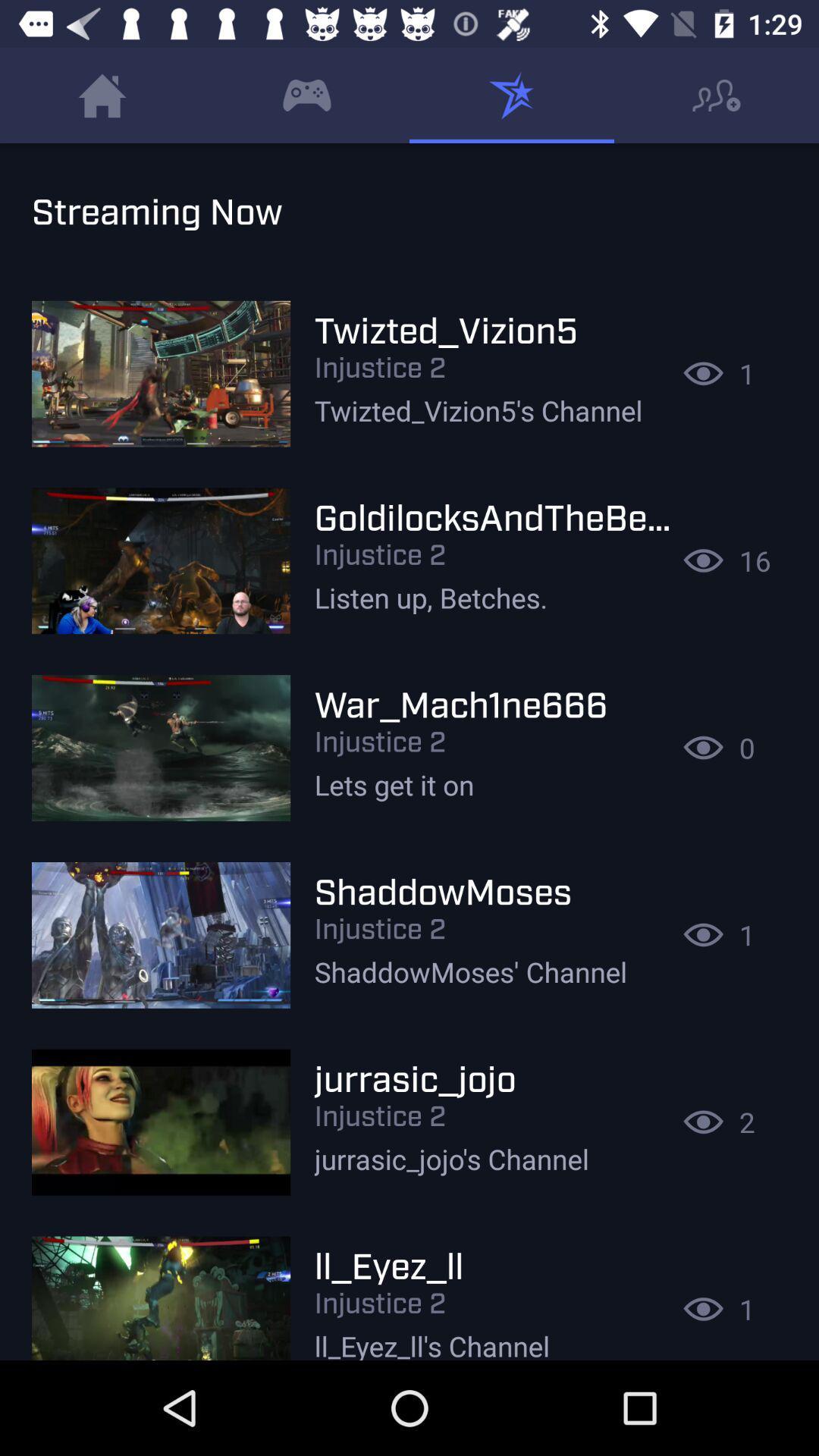 Image resolution: width=819 pixels, height=1456 pixels. Describe the element at coordinates (161, 374) in the screenshot. I see `the first image` at that location.